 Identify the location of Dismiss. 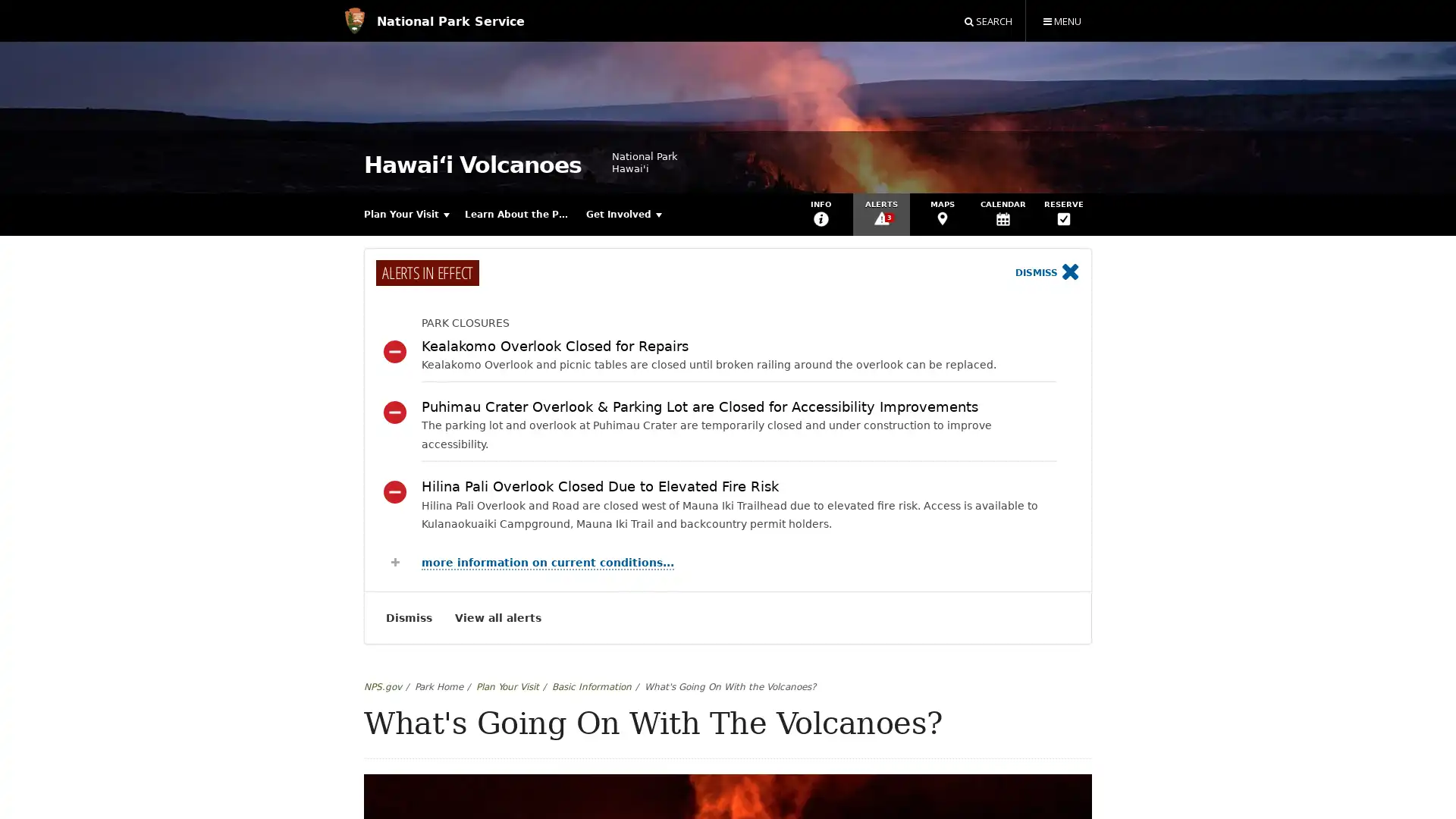
(1046, 273).